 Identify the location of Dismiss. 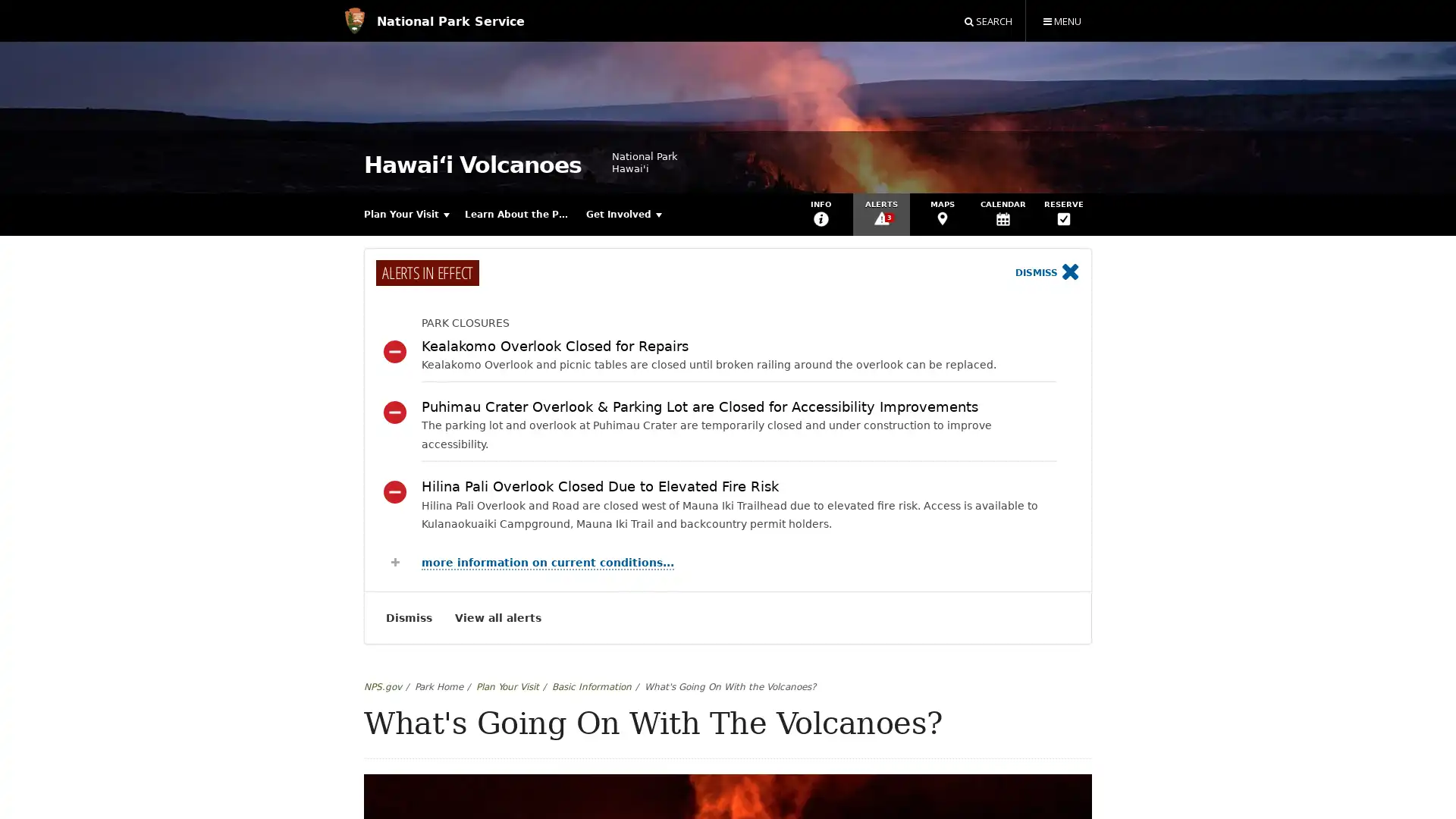
(1046, 273).